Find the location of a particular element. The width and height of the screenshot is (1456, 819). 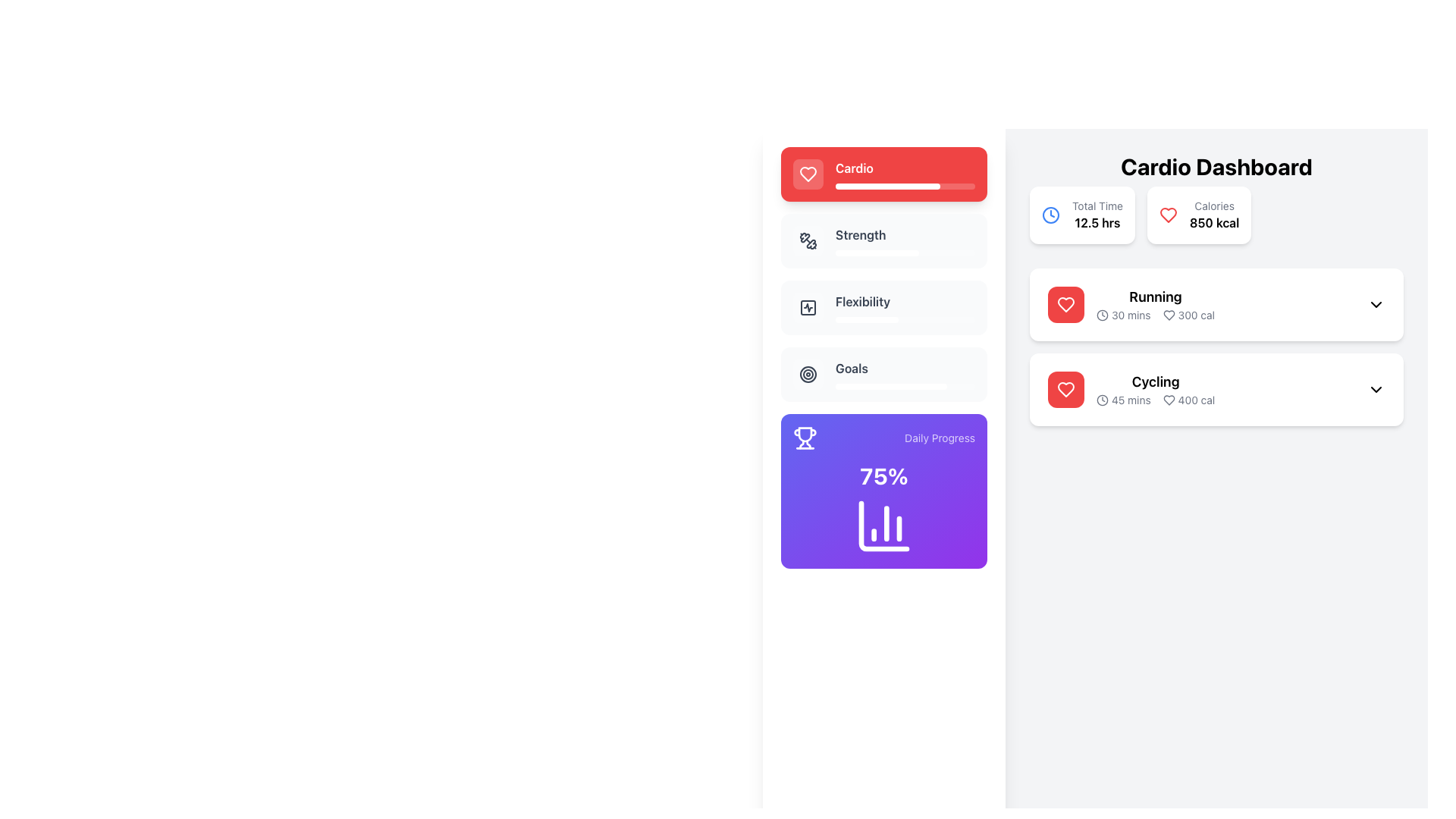

the 'Cardio' progress bar component located near the top-left corner of the interface, which visually represents the user's progress in the Cardio activity is located at coordinates (905, 174).